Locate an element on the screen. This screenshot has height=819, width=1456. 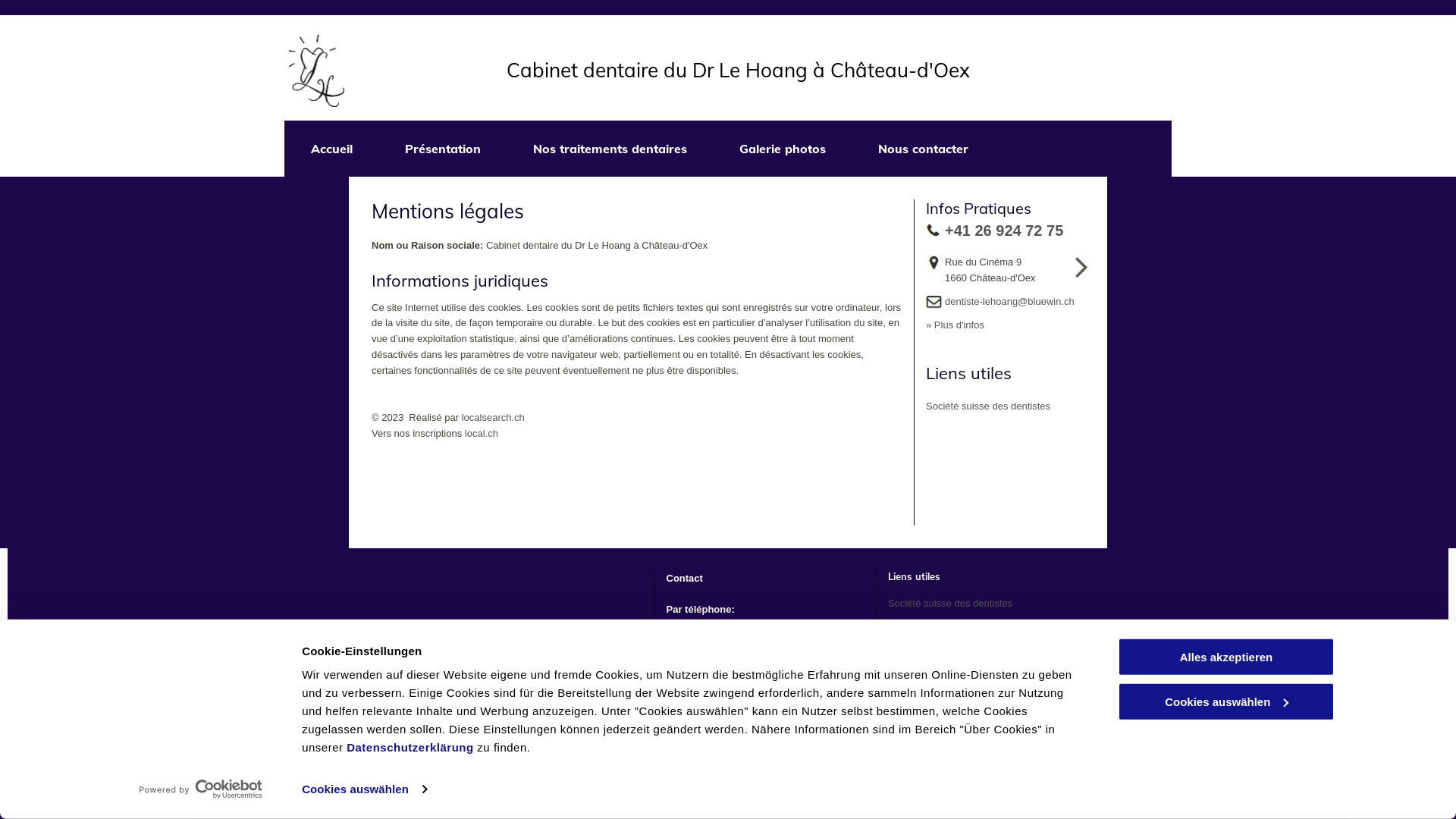
'Galerie photos' is located at coordinates (712, 149).